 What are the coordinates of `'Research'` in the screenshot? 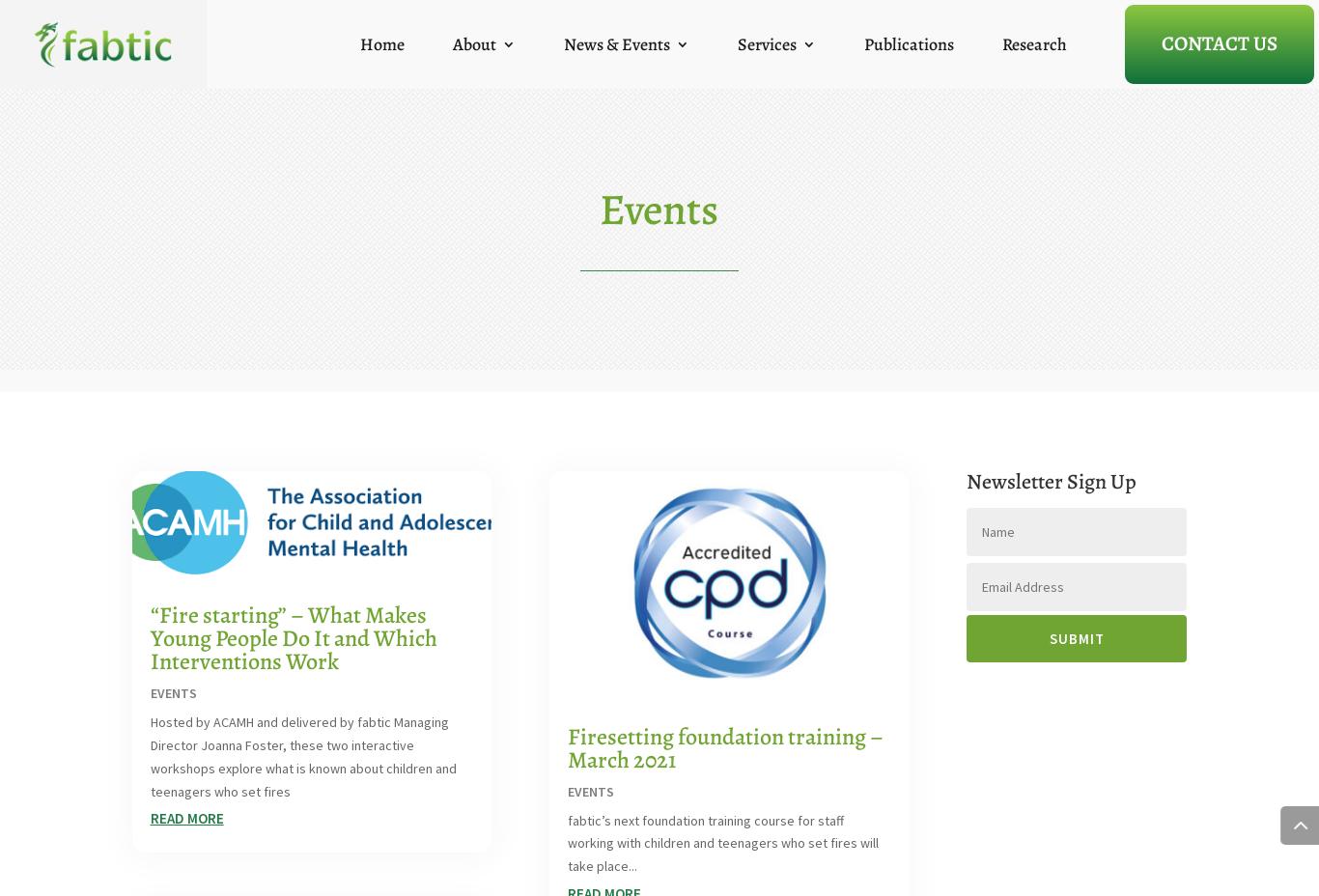 It's located at (1033, 42).